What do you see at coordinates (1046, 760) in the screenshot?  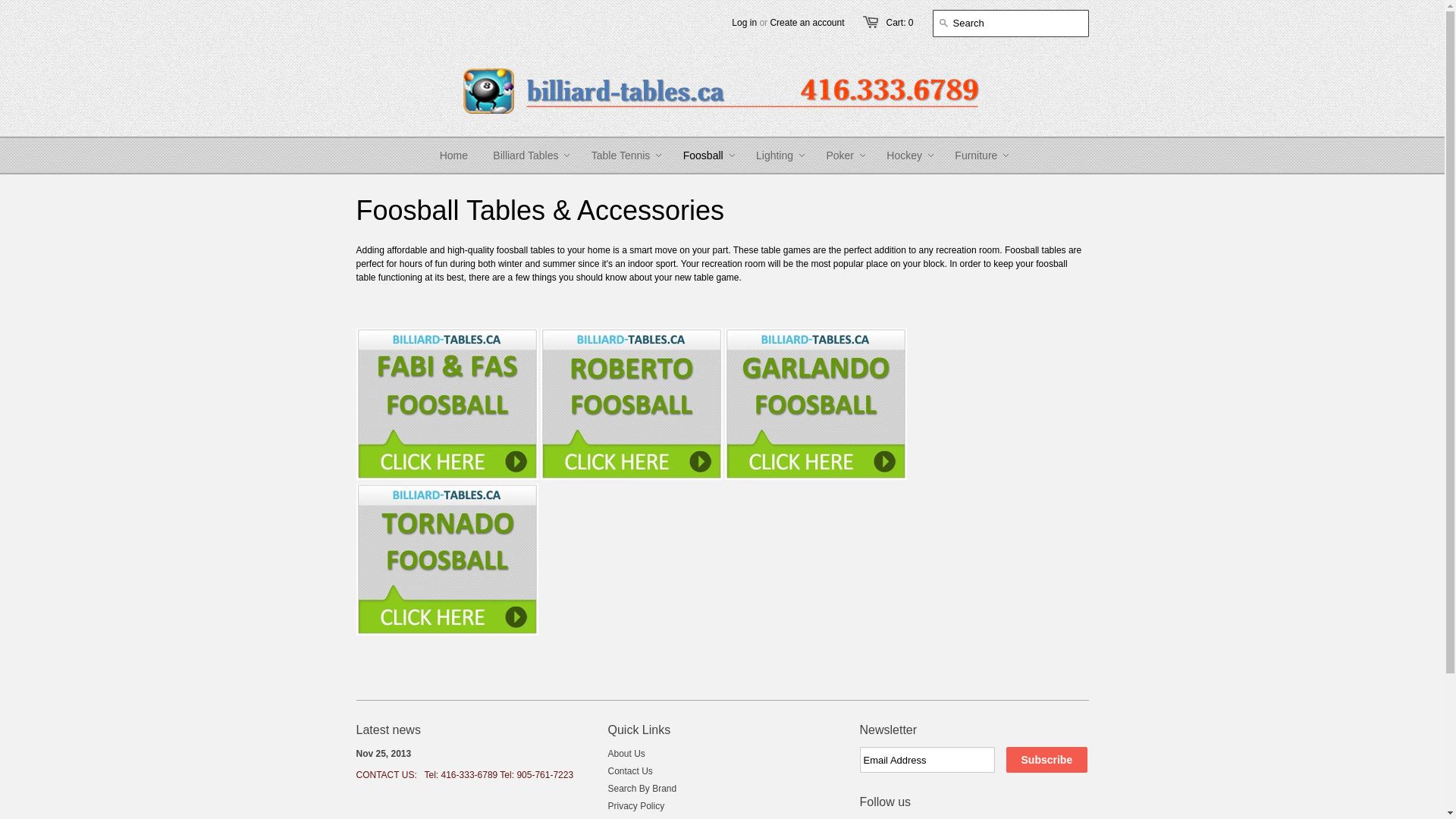 I see `'Subscribe'` at bounding box center [1046, 760].